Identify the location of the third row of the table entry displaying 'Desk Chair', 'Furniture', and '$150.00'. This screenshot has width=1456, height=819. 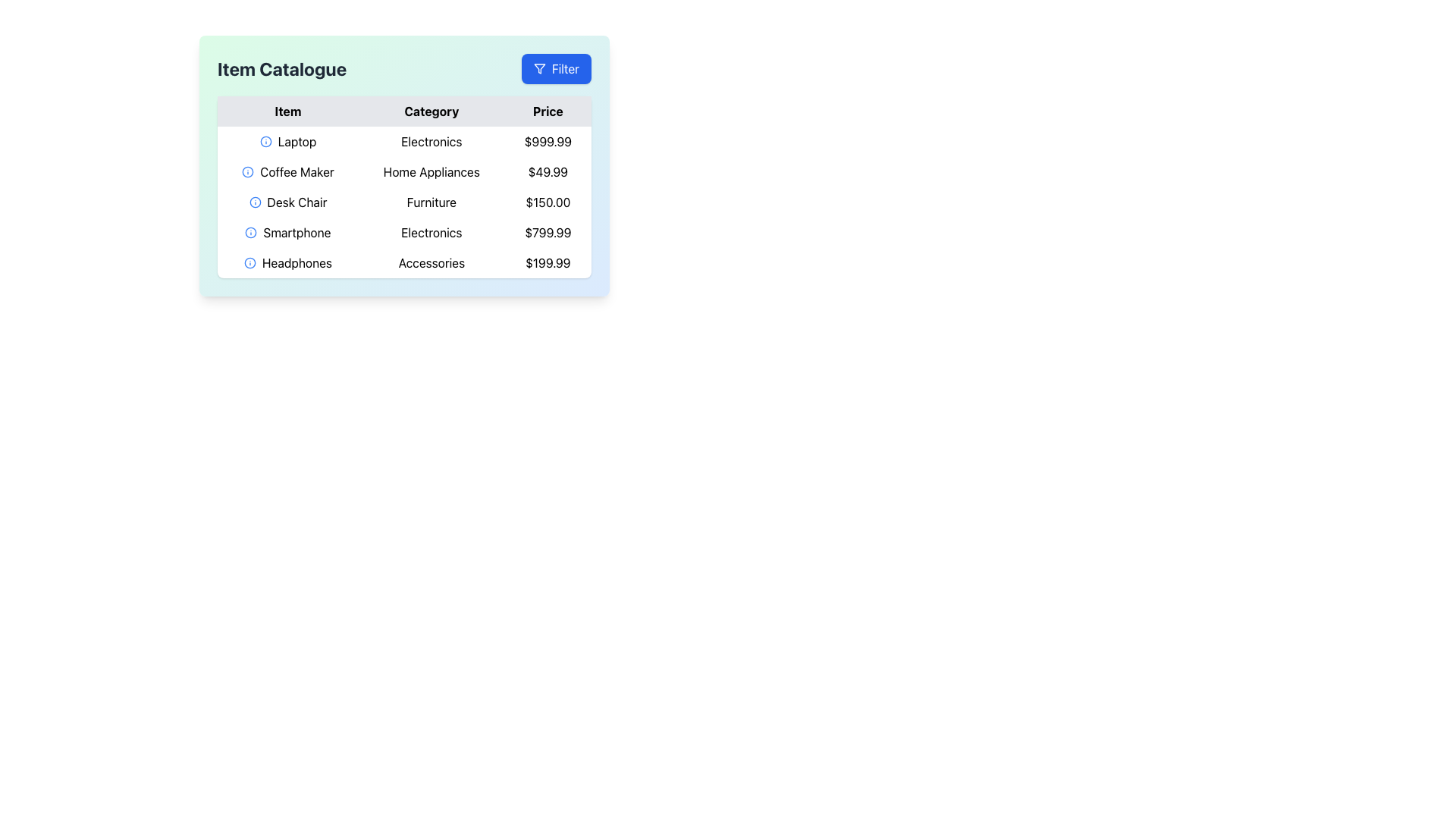
(404, 201).